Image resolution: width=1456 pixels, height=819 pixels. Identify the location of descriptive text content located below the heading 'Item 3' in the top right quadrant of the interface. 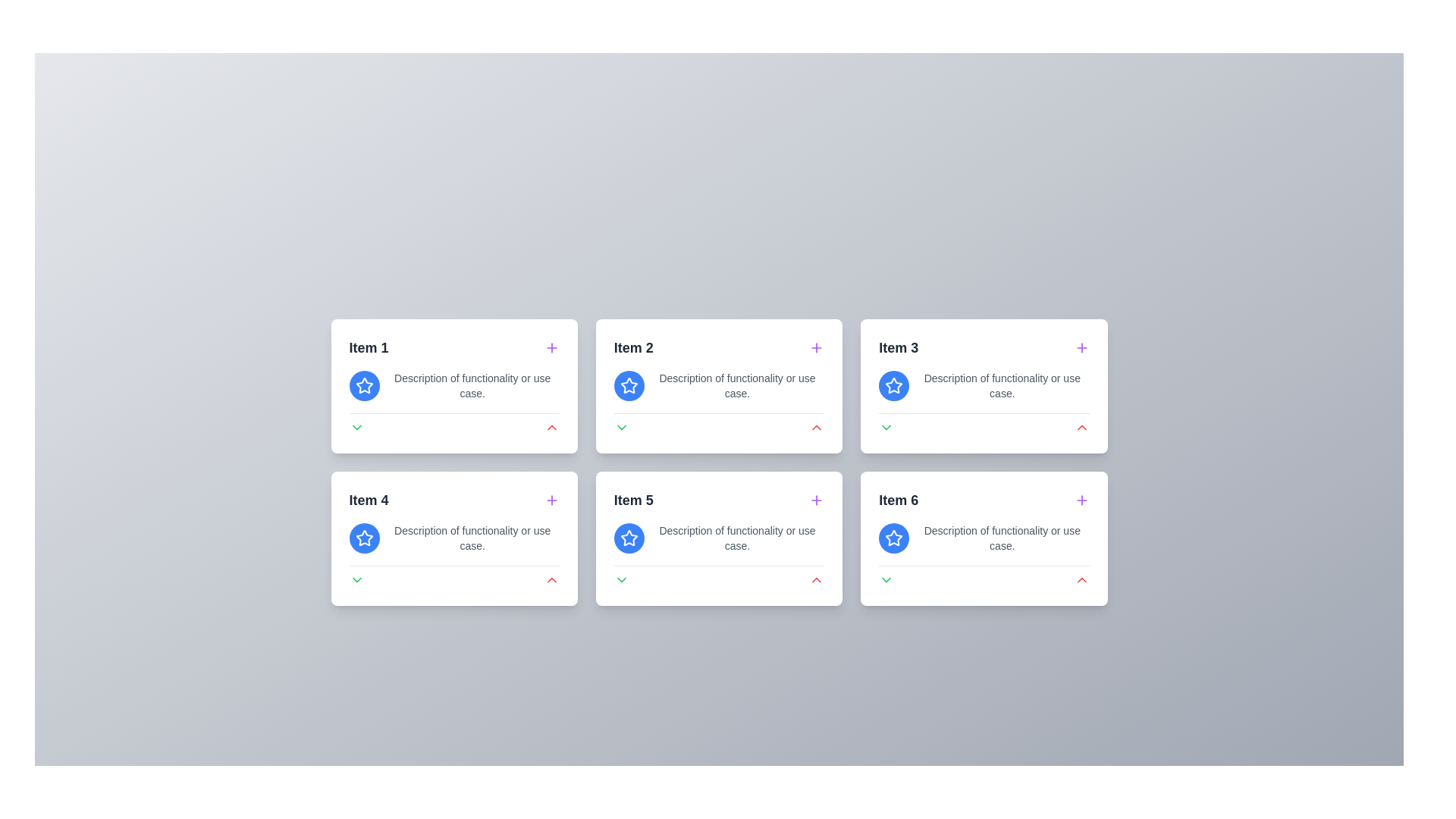
(984, 385).